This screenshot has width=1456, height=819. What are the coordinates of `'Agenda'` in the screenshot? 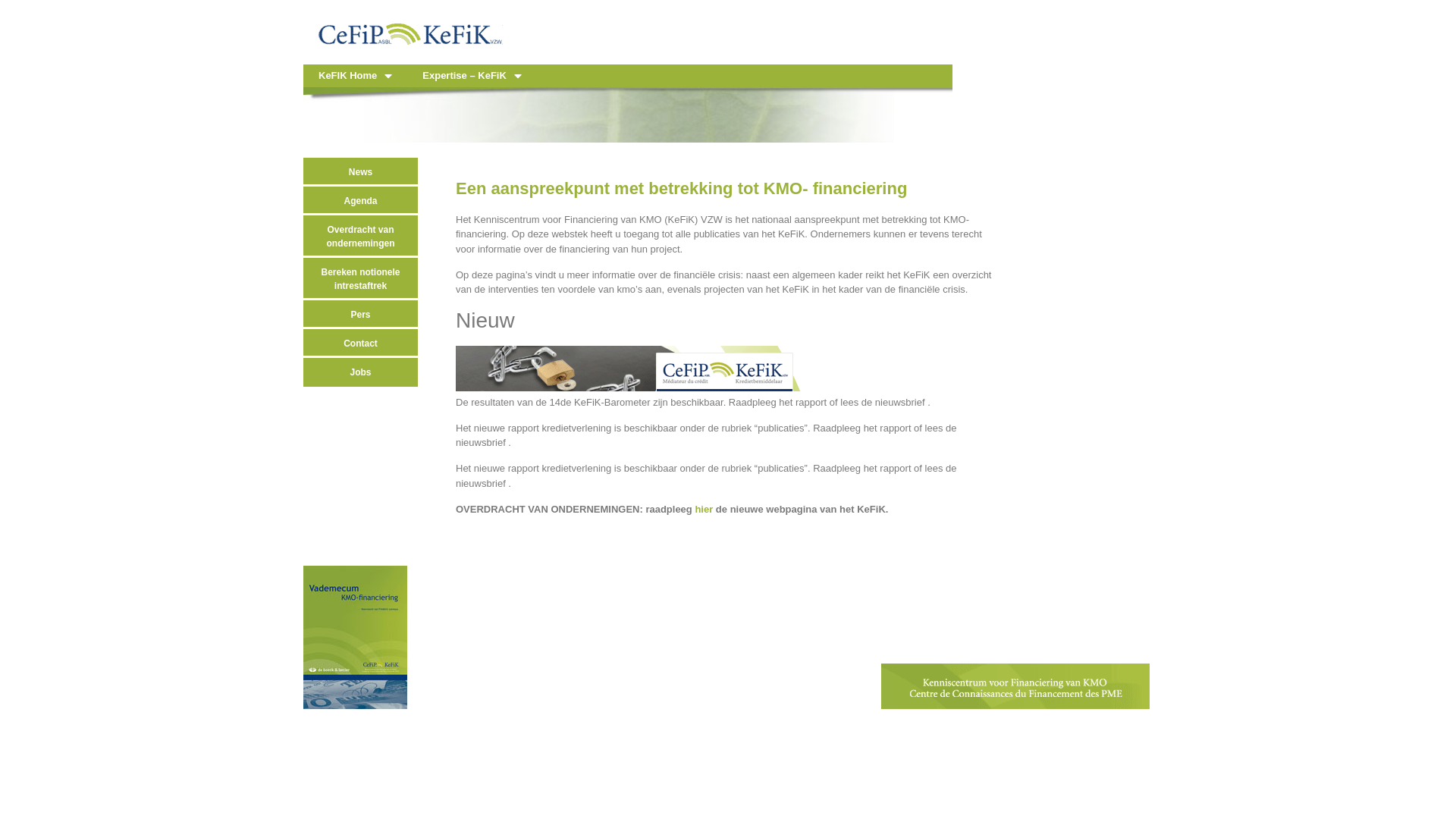 It's located at (359, 200).